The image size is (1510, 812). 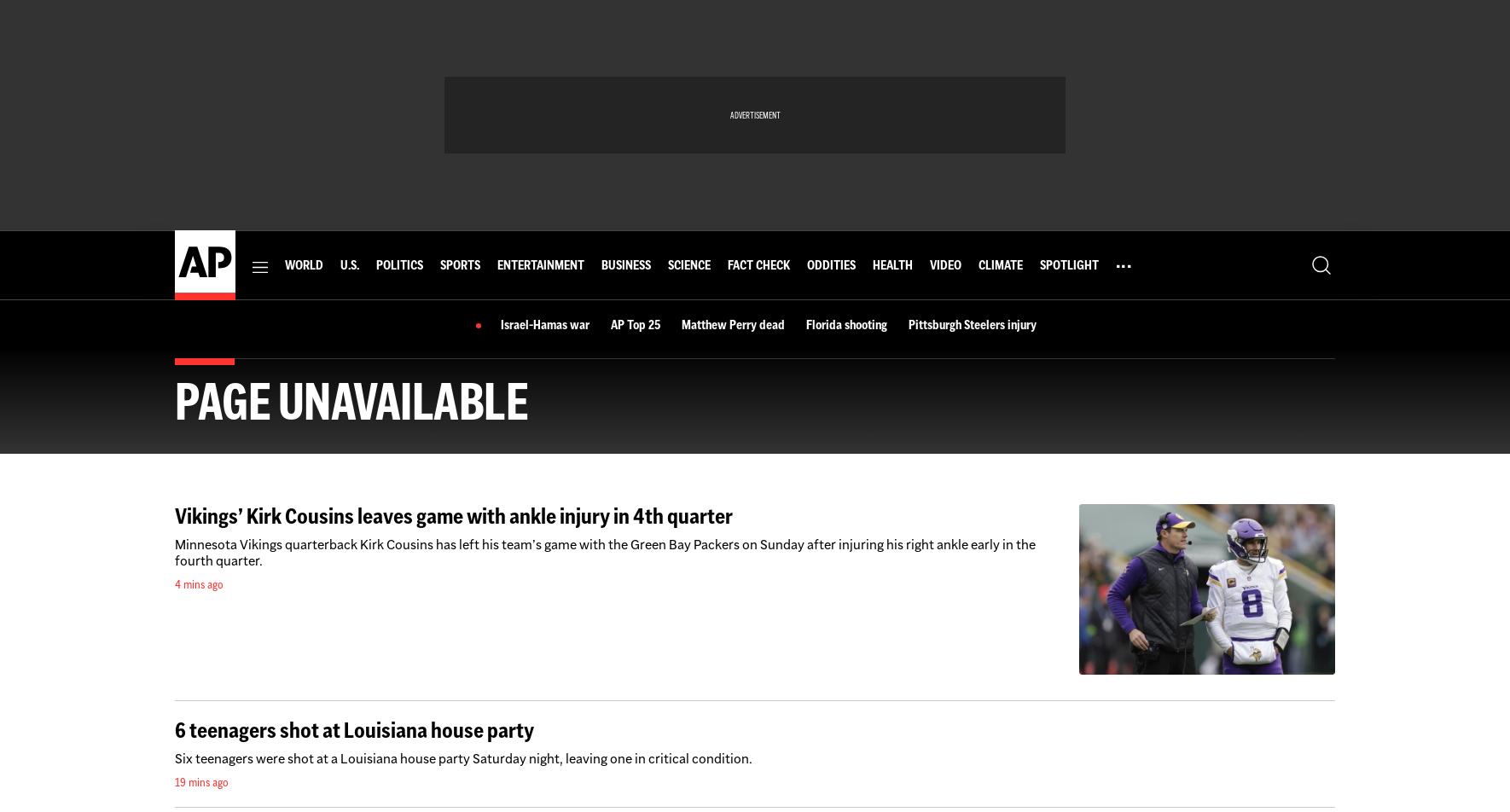 What do you see at coordinates (174, 515) in the screenshot?
I see `'Vikings’ Kirk Cousins leaves game with ankle injury in 4th quarter'` at bounding box center [174, 515].